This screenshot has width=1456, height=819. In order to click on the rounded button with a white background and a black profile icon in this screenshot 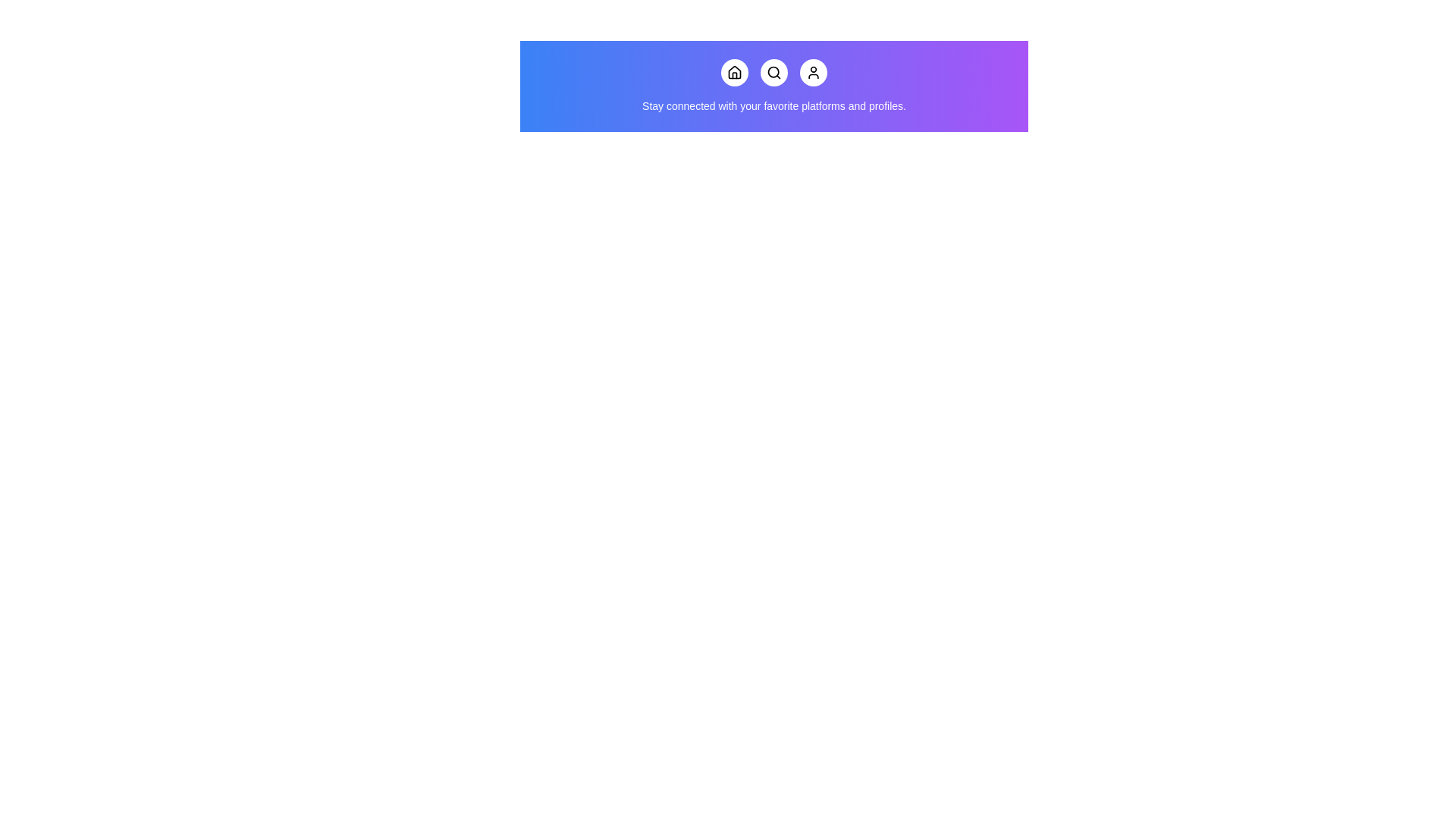, I will do `click(813, 73)`.